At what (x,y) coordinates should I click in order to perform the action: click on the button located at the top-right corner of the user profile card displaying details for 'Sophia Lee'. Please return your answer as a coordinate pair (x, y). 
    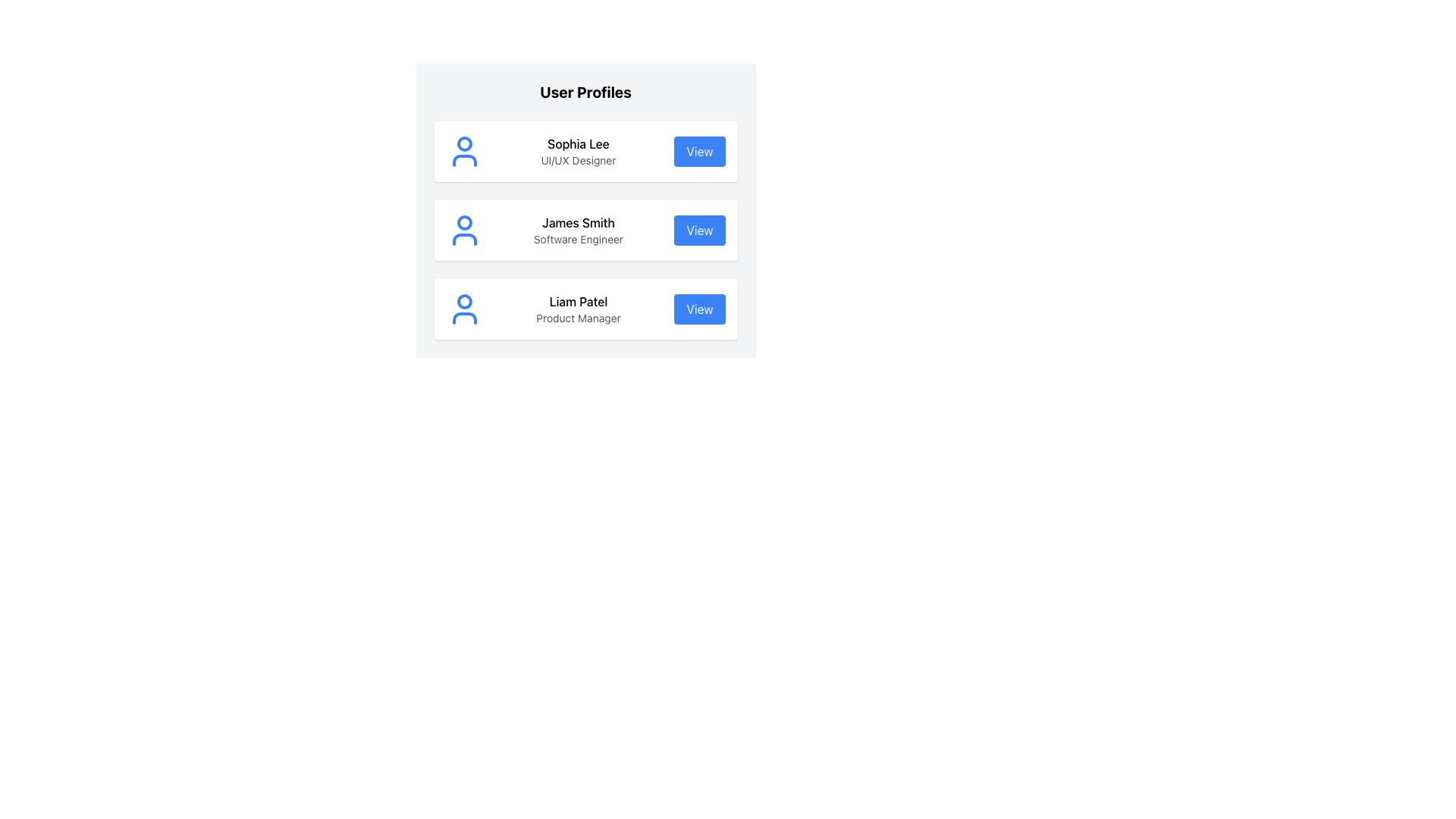
    Looking at the image, I should click on (698, 152).